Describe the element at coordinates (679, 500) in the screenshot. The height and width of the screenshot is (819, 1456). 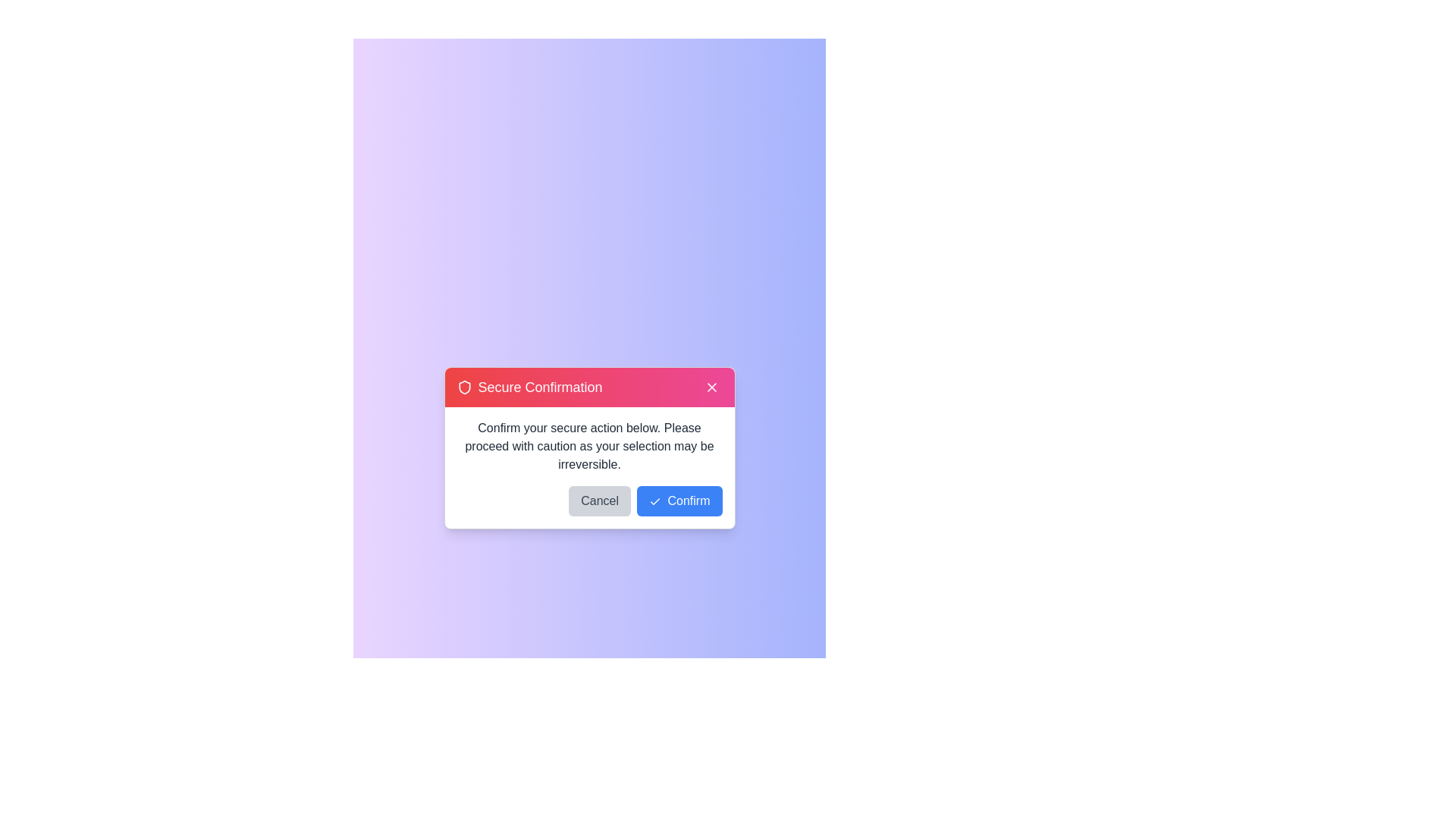
I see `the confirm button located to the right of the 'Cancel' button within the modal dialog box to finalize the user's choice` at that location.